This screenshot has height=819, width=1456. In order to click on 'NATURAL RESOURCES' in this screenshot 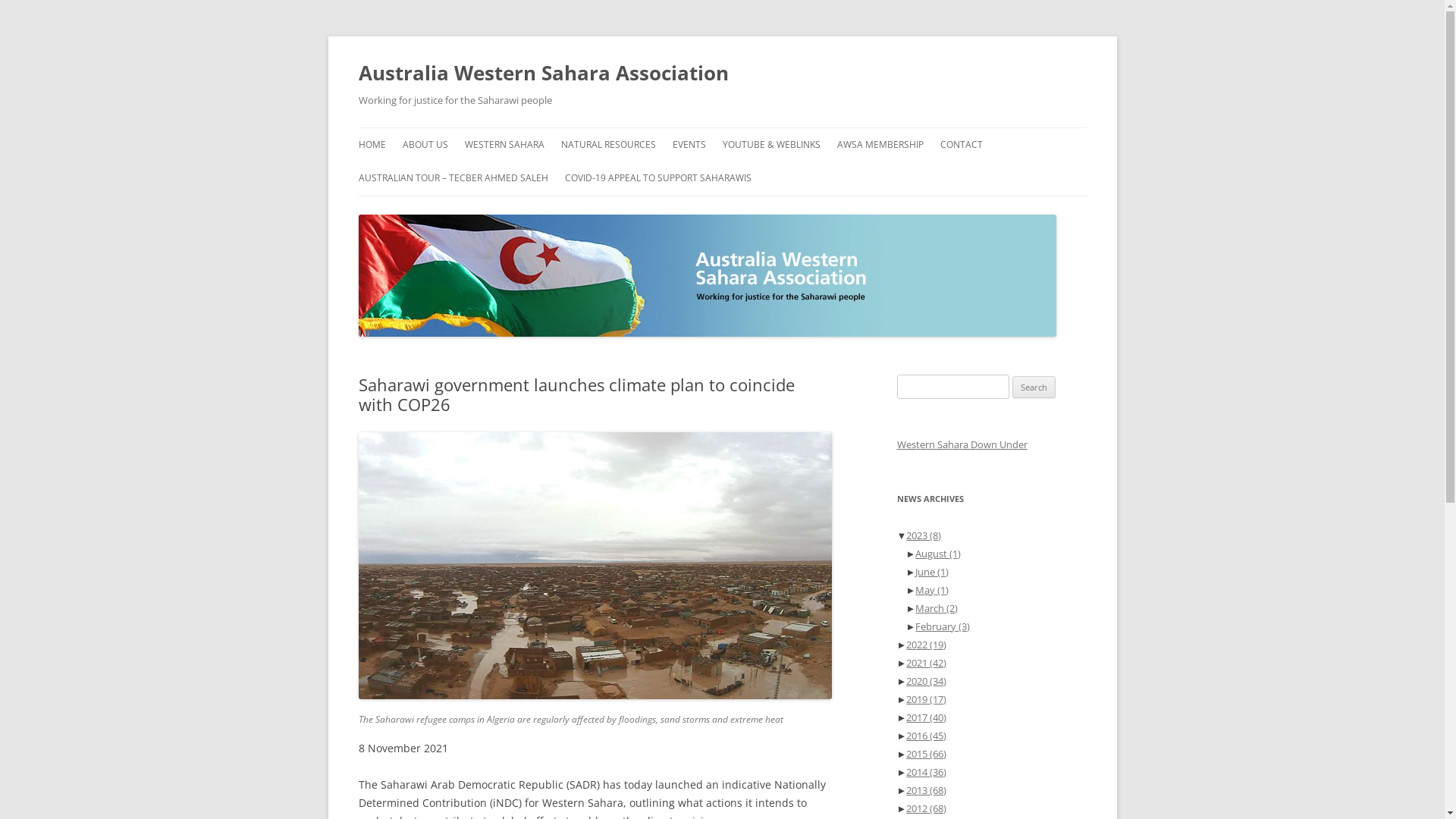, I will do `click(608, 145)`.